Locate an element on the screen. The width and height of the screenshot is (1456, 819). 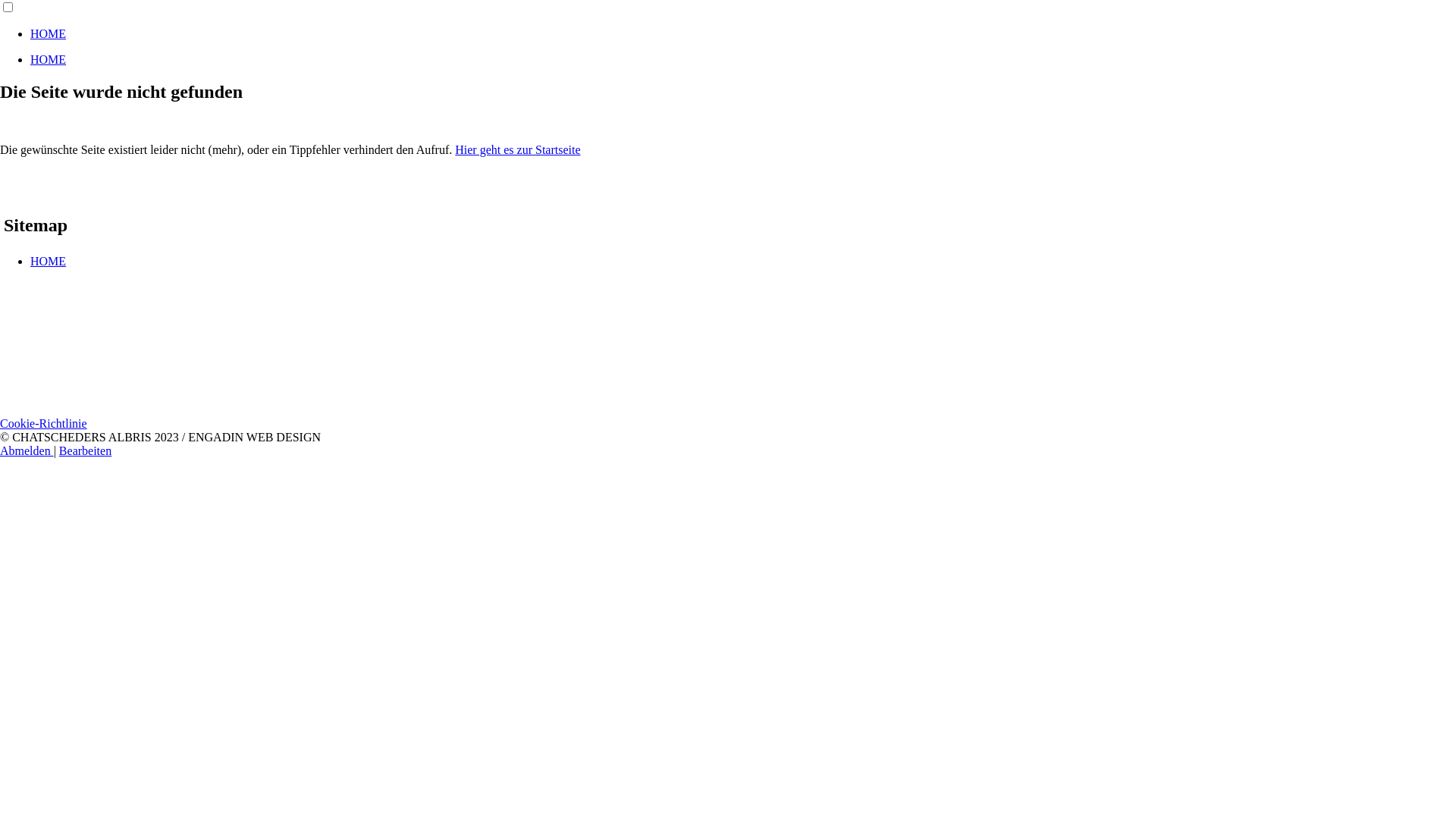
'HOME' is located at coordinates (48, 58).